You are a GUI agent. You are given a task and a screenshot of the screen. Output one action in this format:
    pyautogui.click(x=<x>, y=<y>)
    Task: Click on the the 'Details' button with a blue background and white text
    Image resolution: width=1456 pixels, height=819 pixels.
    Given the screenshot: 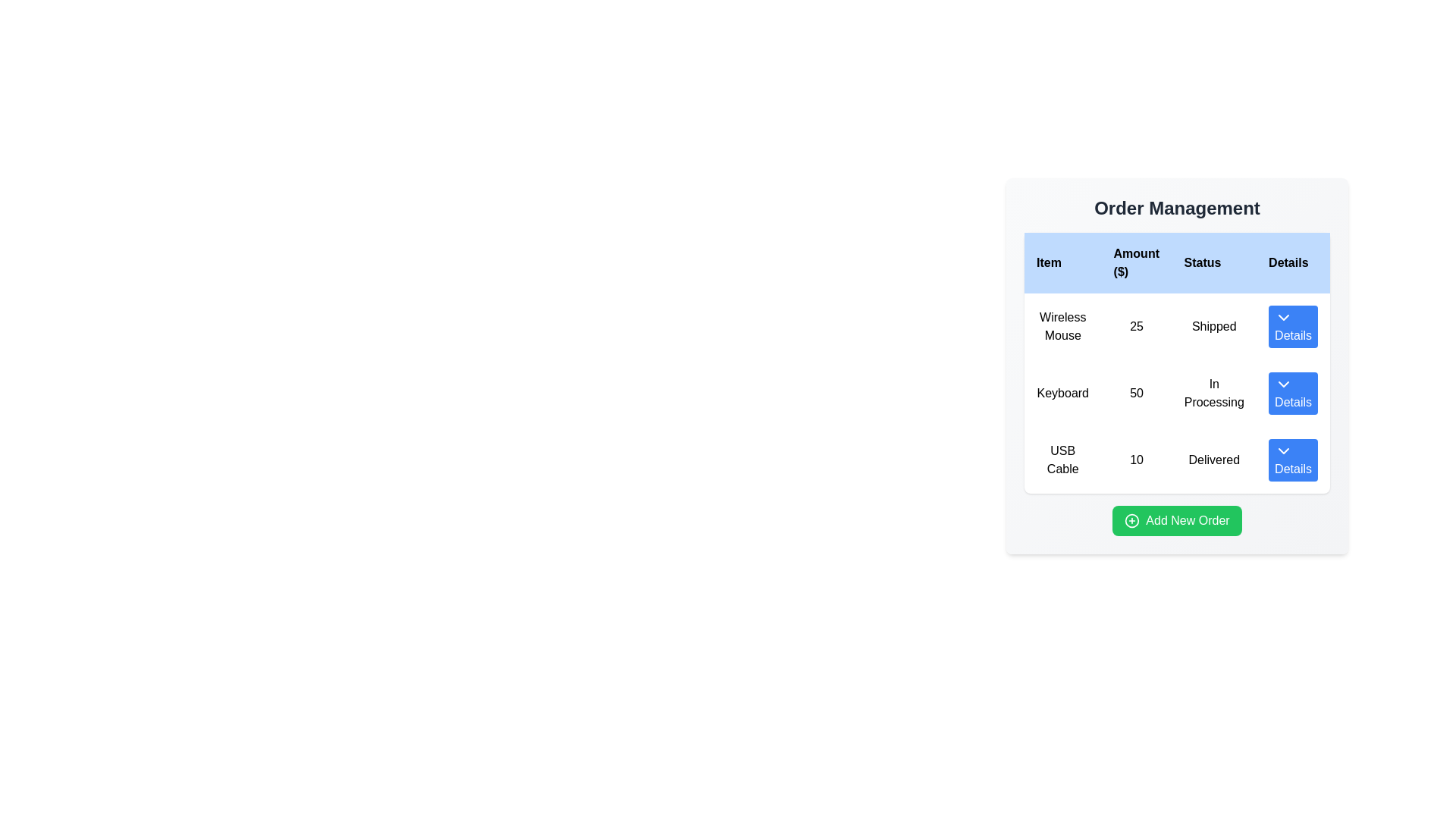 What is the action you would take?
    pyautogui.click(x=1291, y=459)
    